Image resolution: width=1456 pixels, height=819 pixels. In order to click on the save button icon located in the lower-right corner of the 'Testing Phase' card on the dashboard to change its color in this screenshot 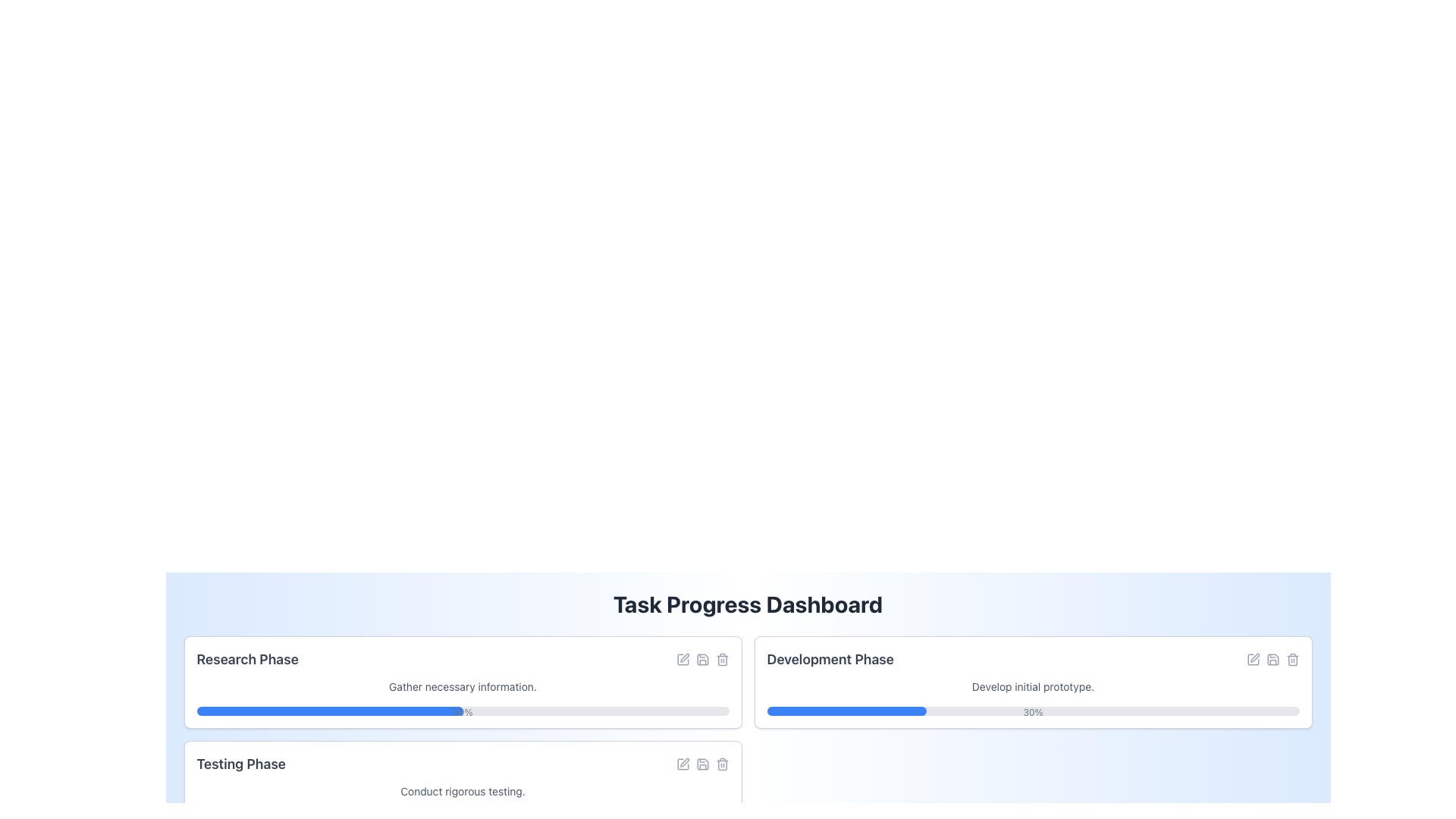, I will do `click(701, 764)`.